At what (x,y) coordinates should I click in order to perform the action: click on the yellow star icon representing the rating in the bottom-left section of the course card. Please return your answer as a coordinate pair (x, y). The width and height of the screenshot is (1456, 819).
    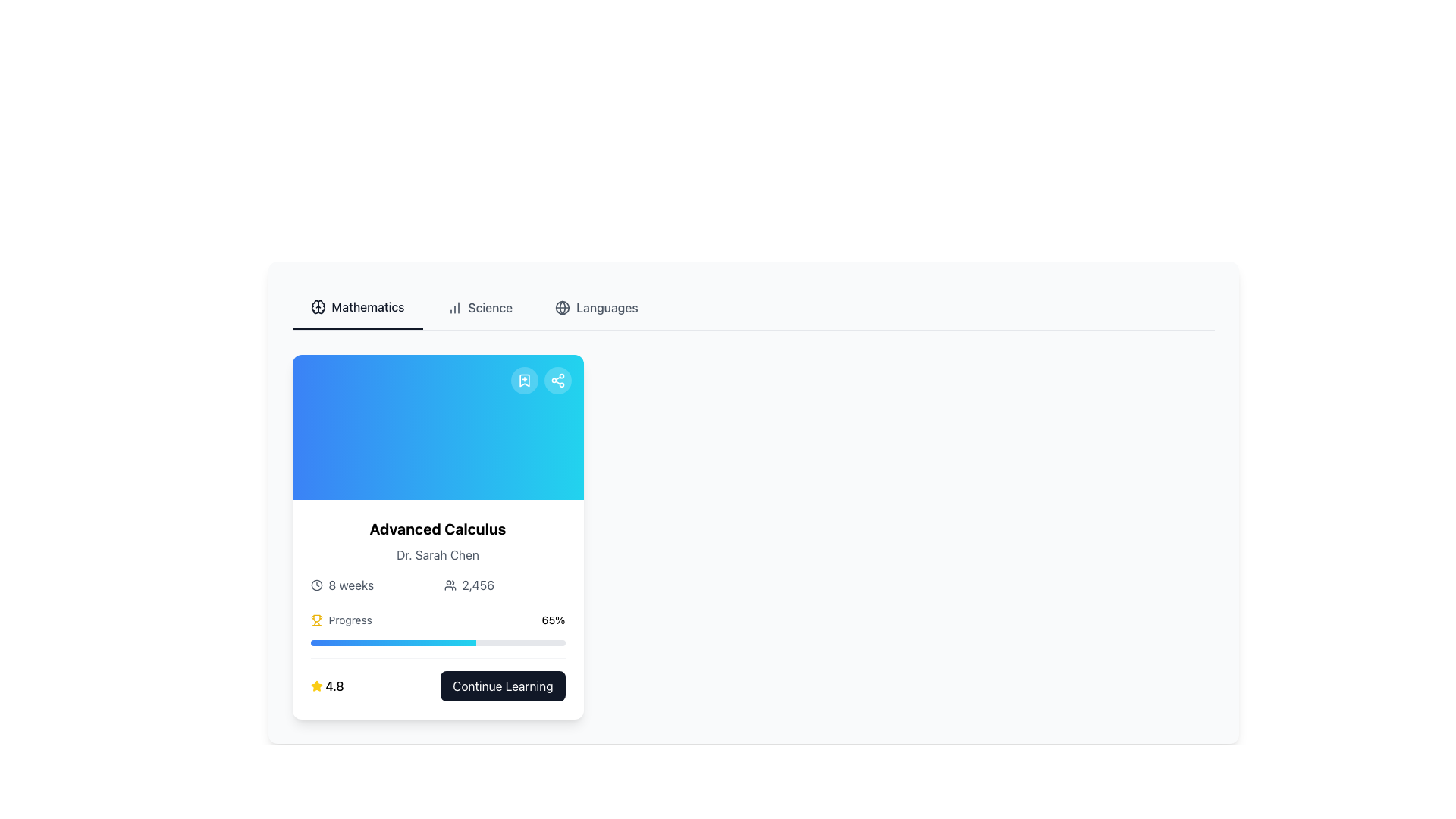
    Looking at the image, I should click on (315, 686).